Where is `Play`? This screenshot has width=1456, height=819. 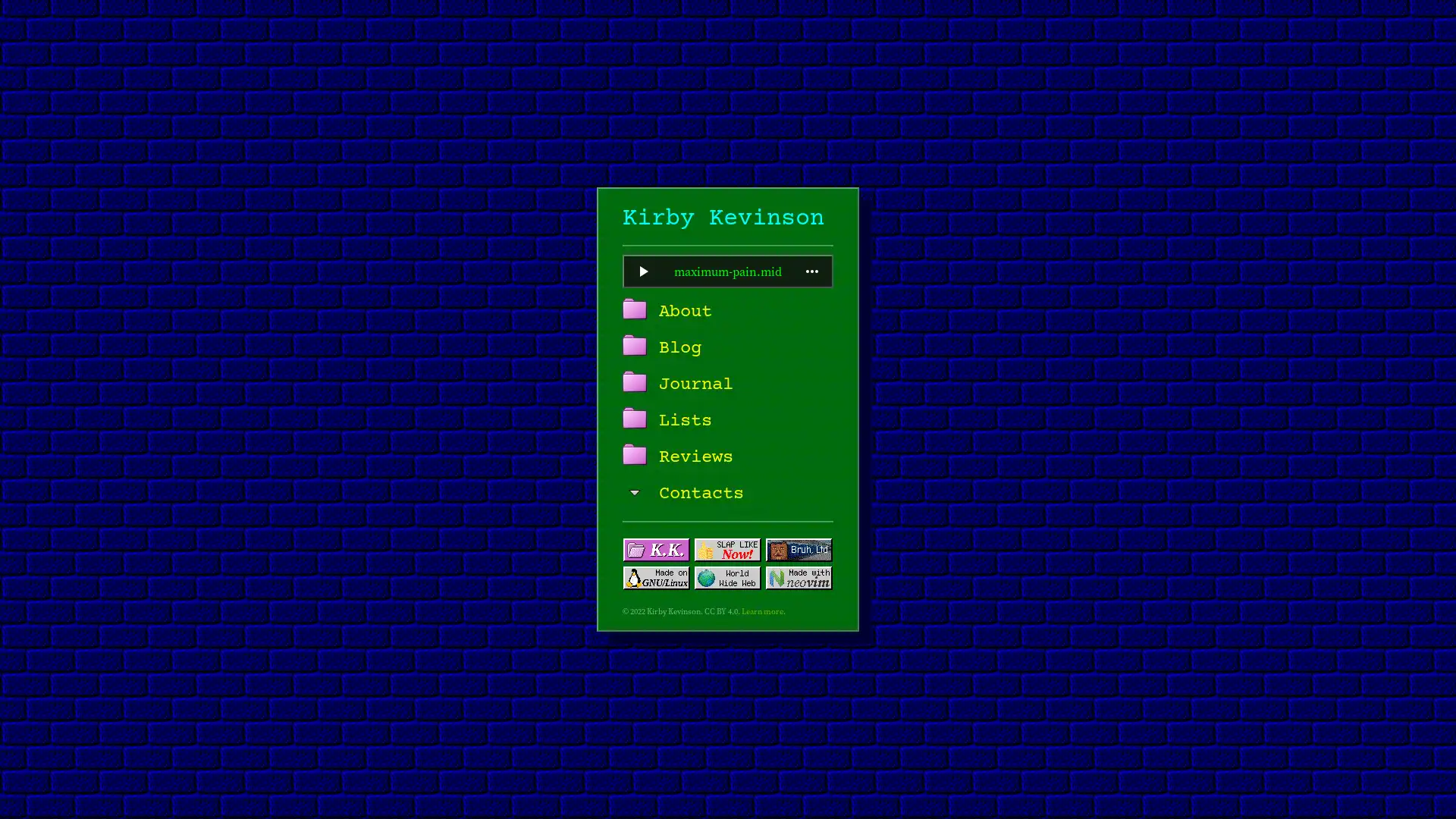 Play is located at coordinates (643, 271).